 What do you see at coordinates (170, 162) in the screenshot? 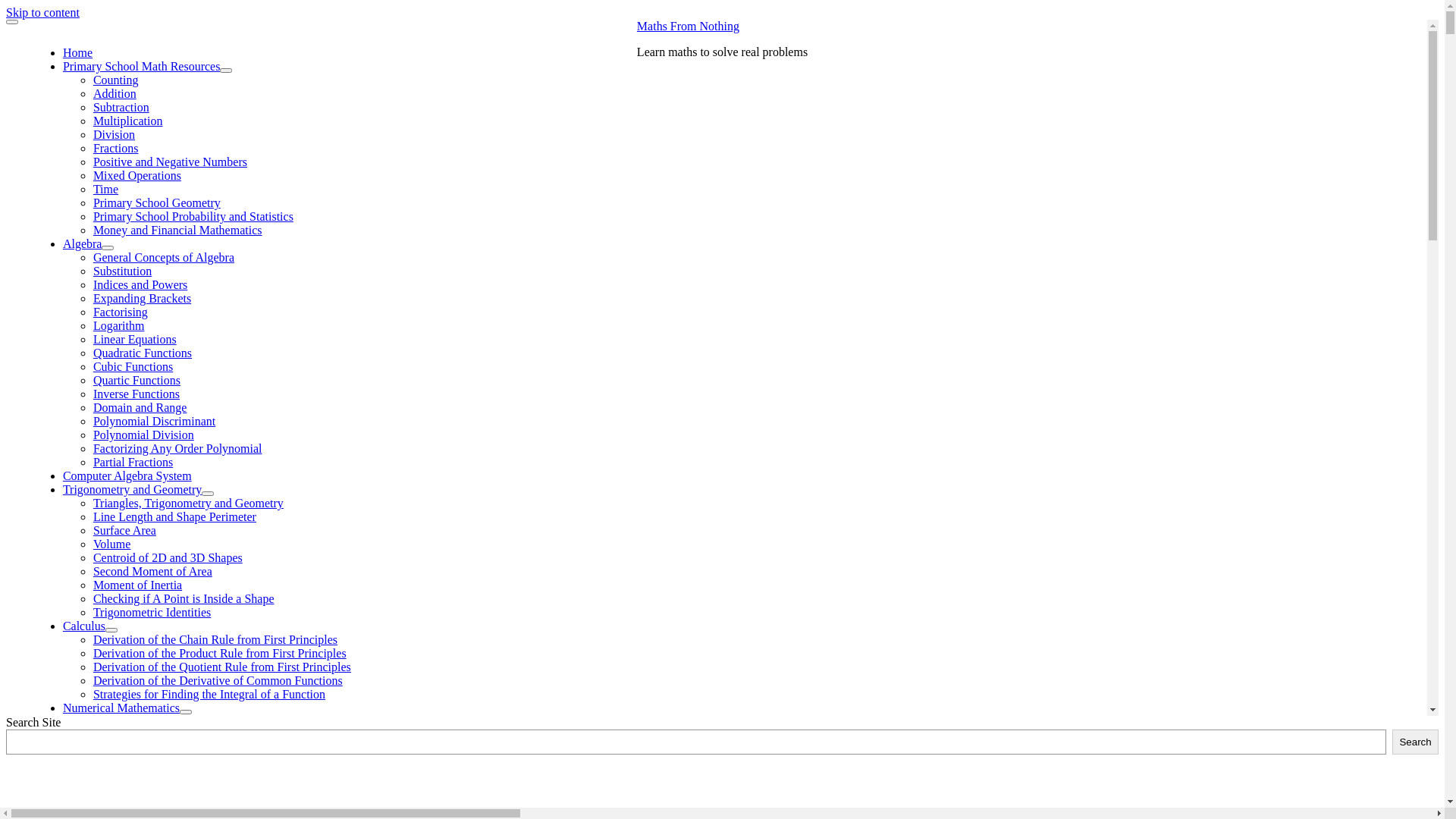
I see `'Positive and Negative Numbers'` at bounding box center [170, 162].